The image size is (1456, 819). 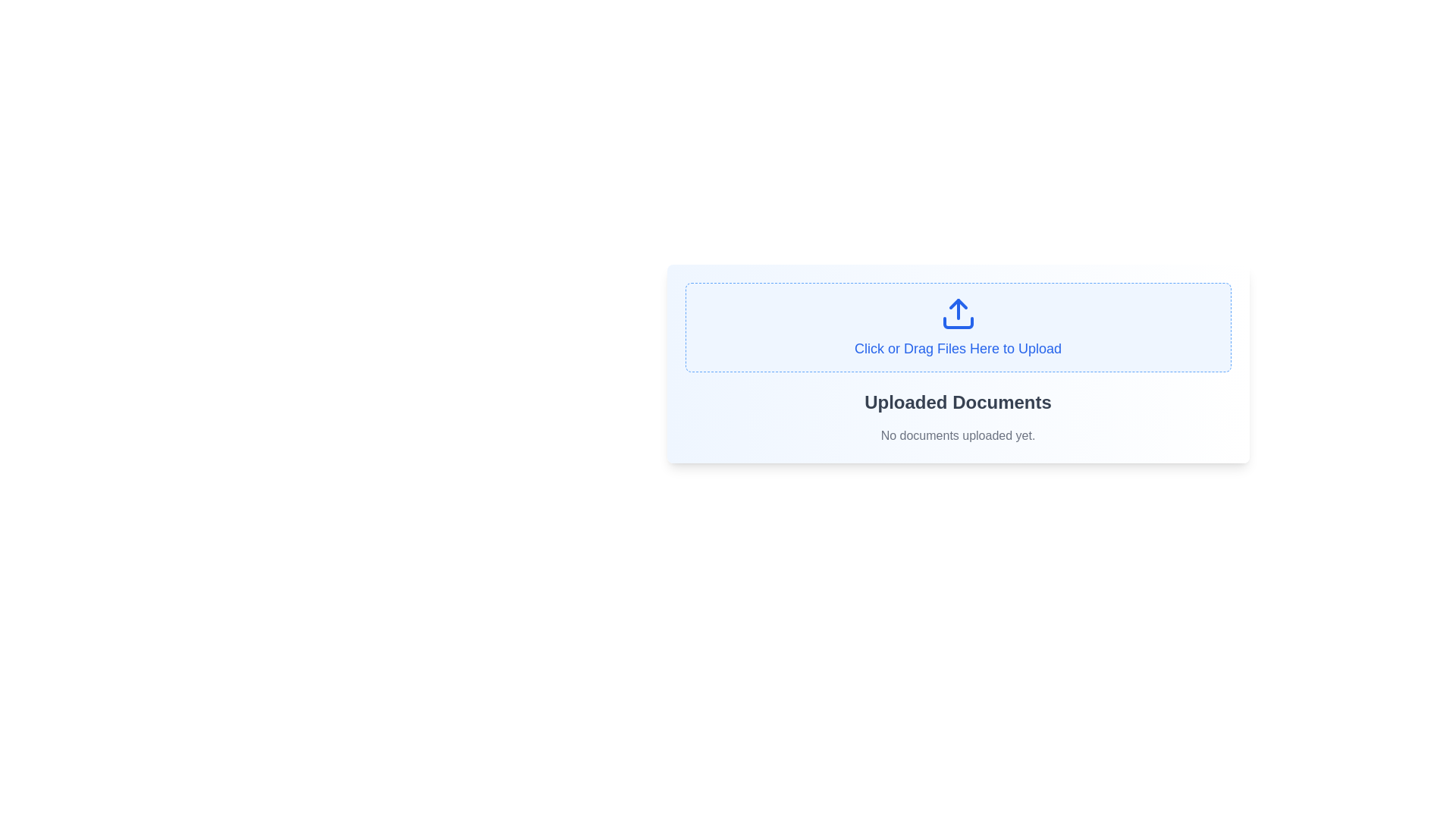 I want to click on the interactive upload area, which has a gradient background and contains the text 'Click or Drag Files Here to Upload' and an upload icon, so click(x=957, y=363).